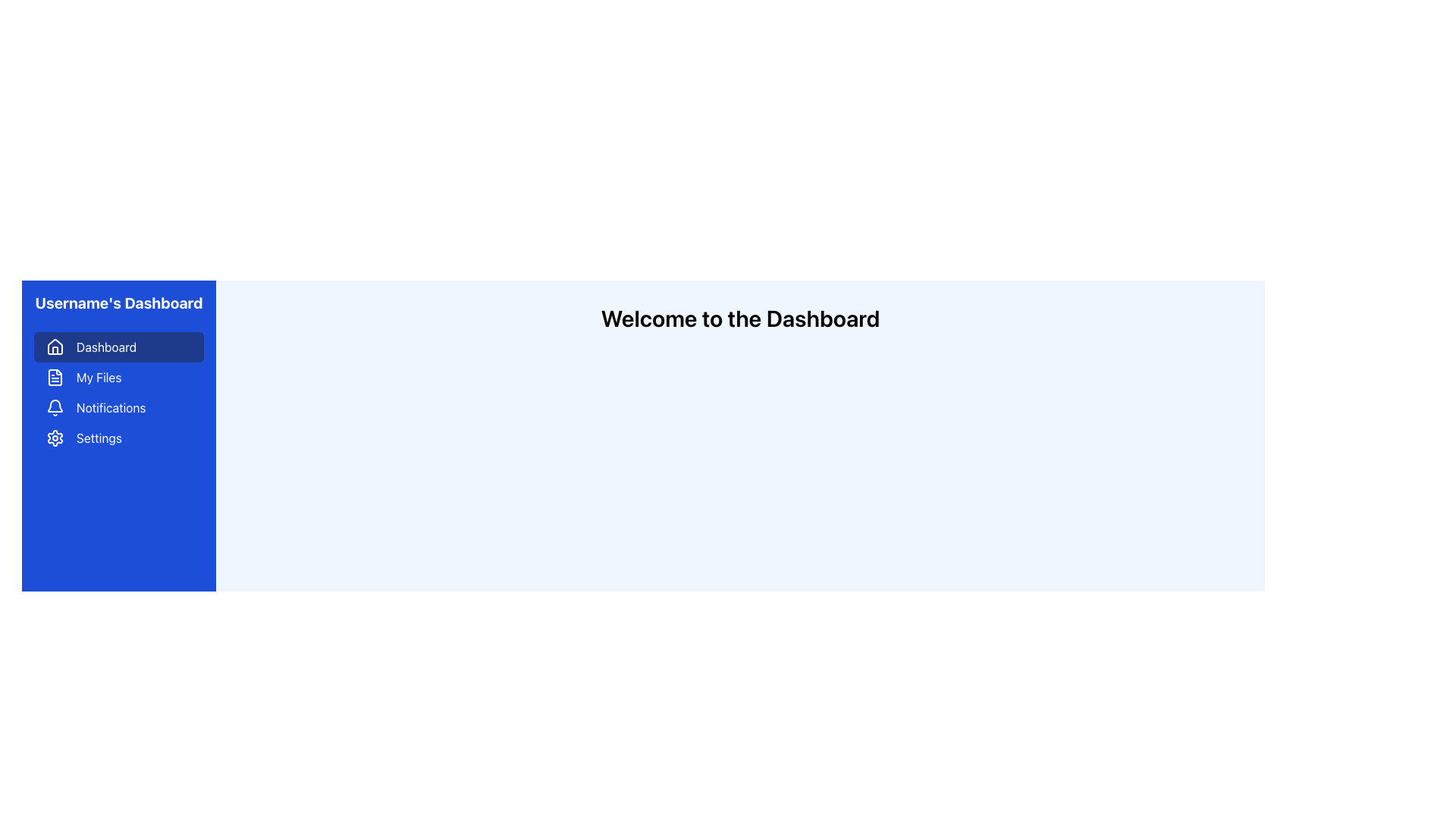  I want to click on the notifications icon located in the left sidebar, below the bell's clapper, so click(55, 405).